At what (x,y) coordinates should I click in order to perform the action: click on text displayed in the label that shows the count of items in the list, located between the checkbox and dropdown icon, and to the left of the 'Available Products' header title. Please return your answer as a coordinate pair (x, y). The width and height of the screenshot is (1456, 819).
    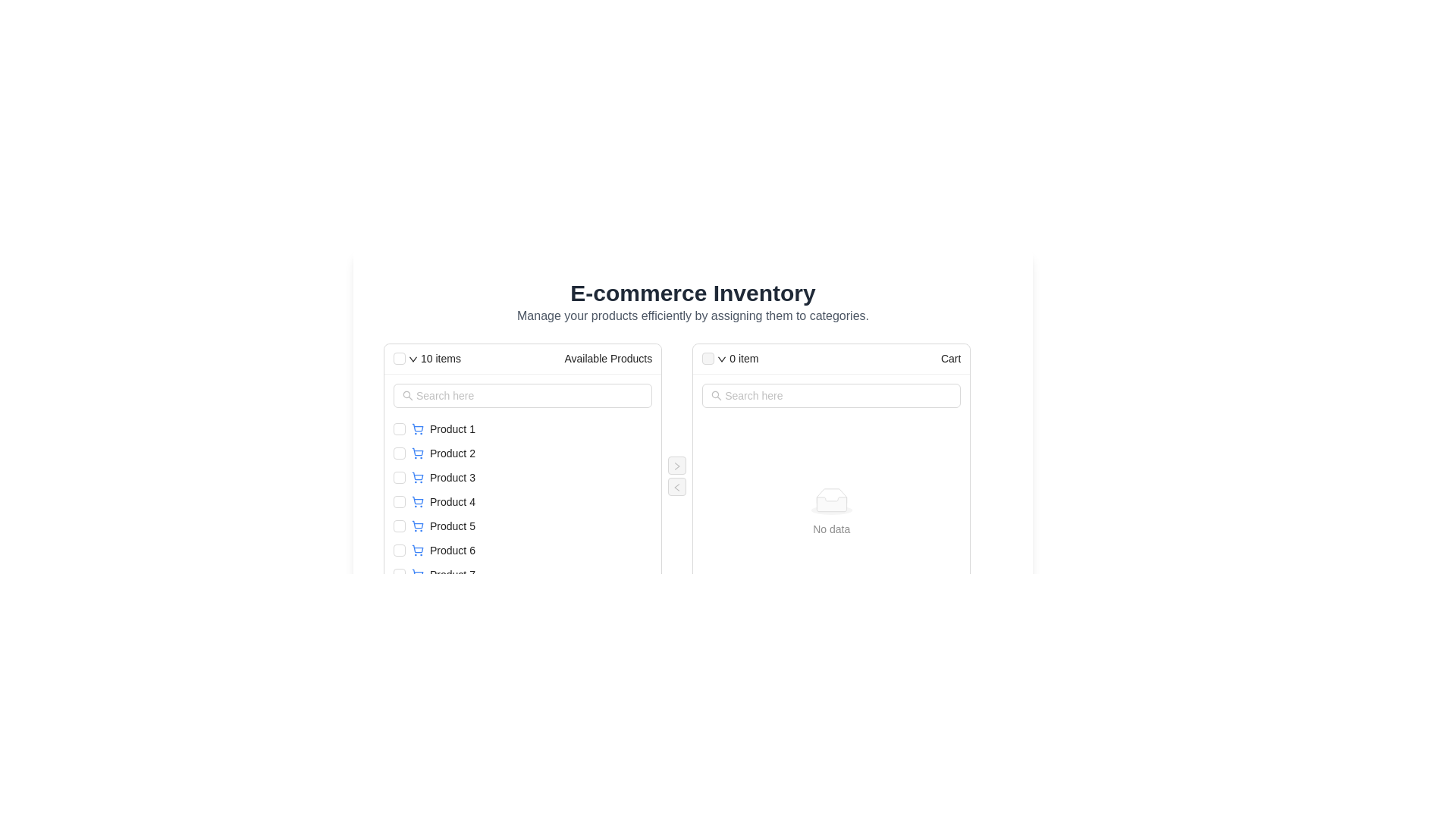
    Looking at the image, I should click on (440, 359).